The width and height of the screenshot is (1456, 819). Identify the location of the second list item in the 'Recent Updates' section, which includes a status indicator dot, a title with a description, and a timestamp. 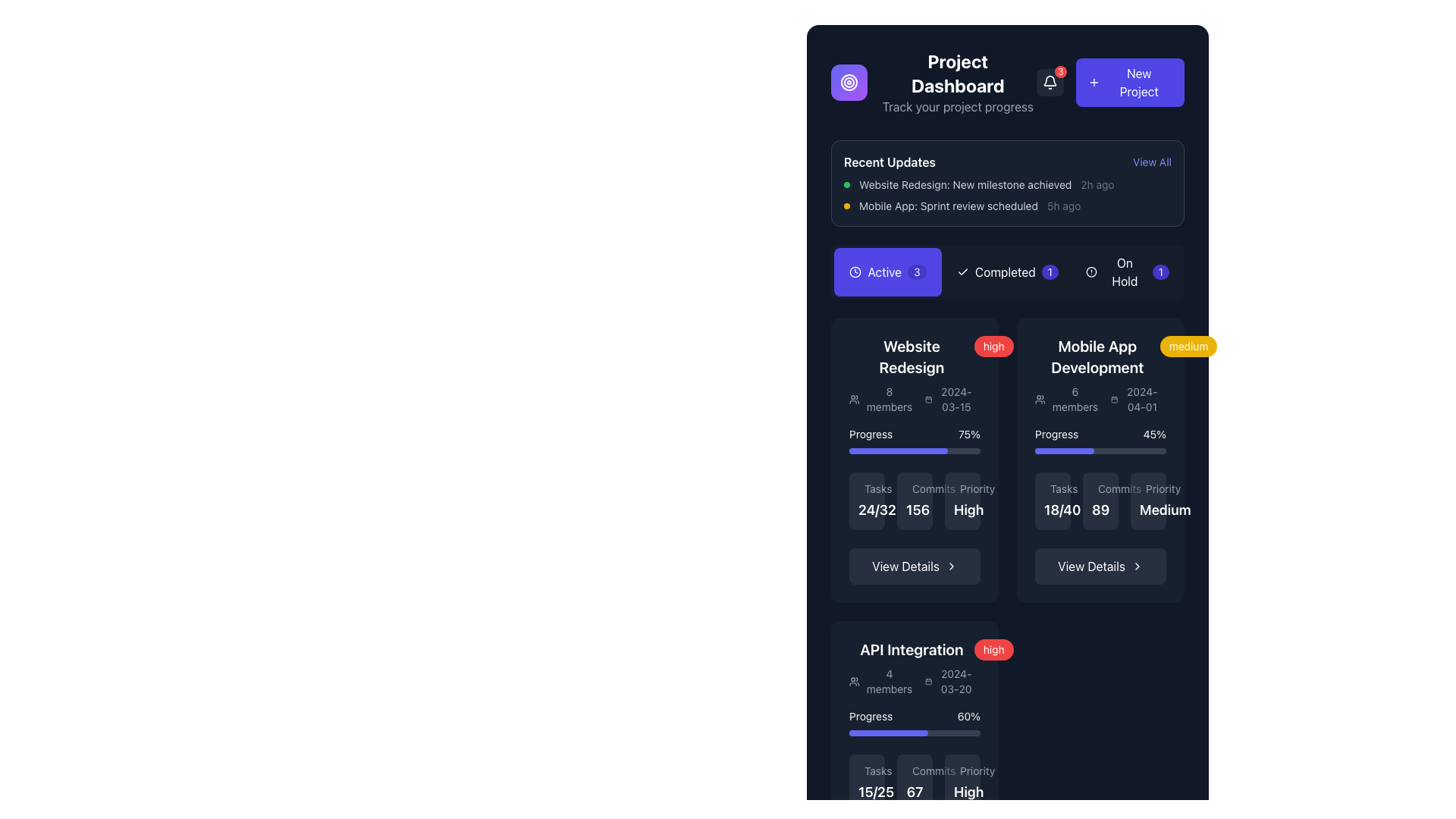
(1008, 195).